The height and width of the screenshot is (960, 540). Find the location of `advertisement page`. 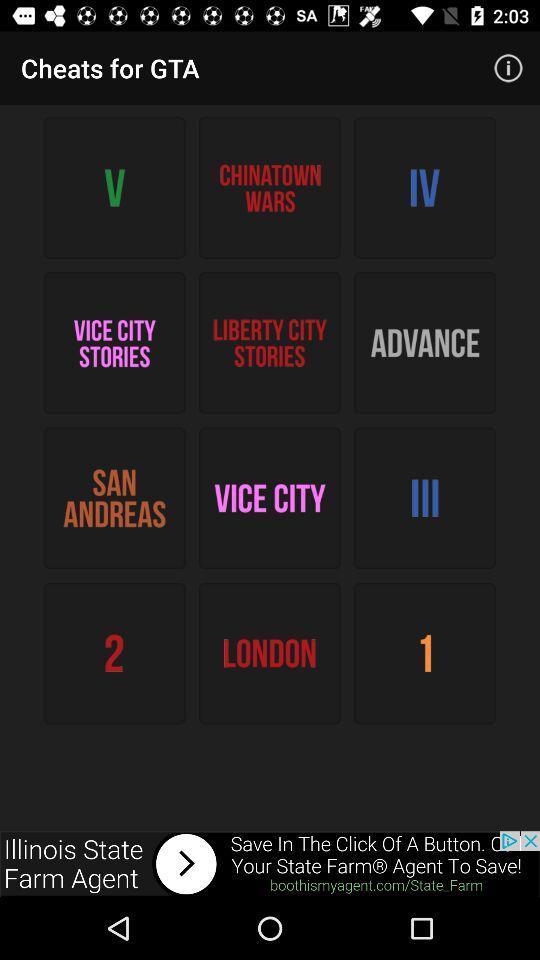

advertisement page is located at coordinates (270, 863).